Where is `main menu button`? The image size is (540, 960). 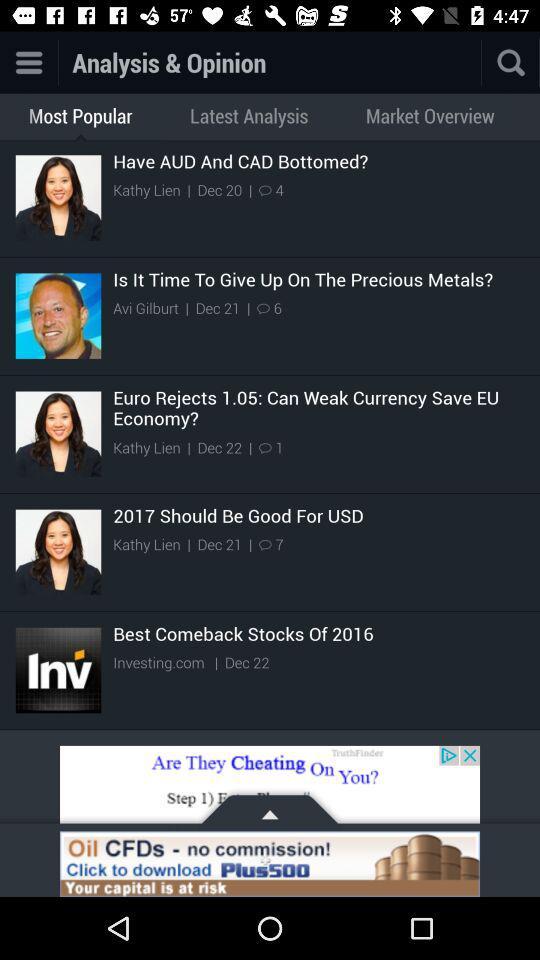 main menu button is located at coordinates (27, 62).